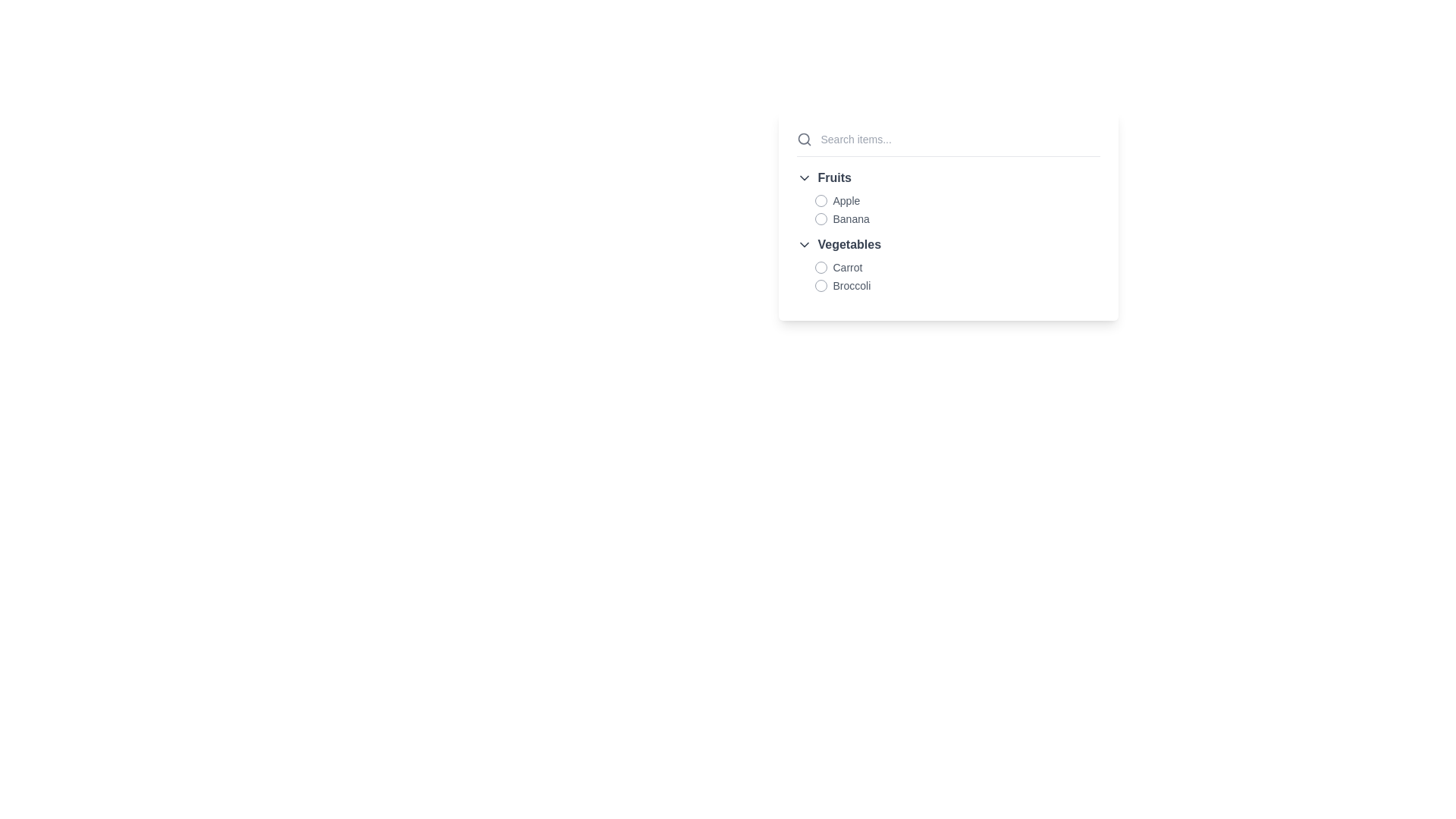 This screenshot has height=819, width=1456. What do you see at coordinates (956, 286) in the screenshot?
I see `the 'Broccoli' radio button option, which is the second item in the 'Vegetables' category, located underneath 'Carrot'` at bounding box center [956, 286].